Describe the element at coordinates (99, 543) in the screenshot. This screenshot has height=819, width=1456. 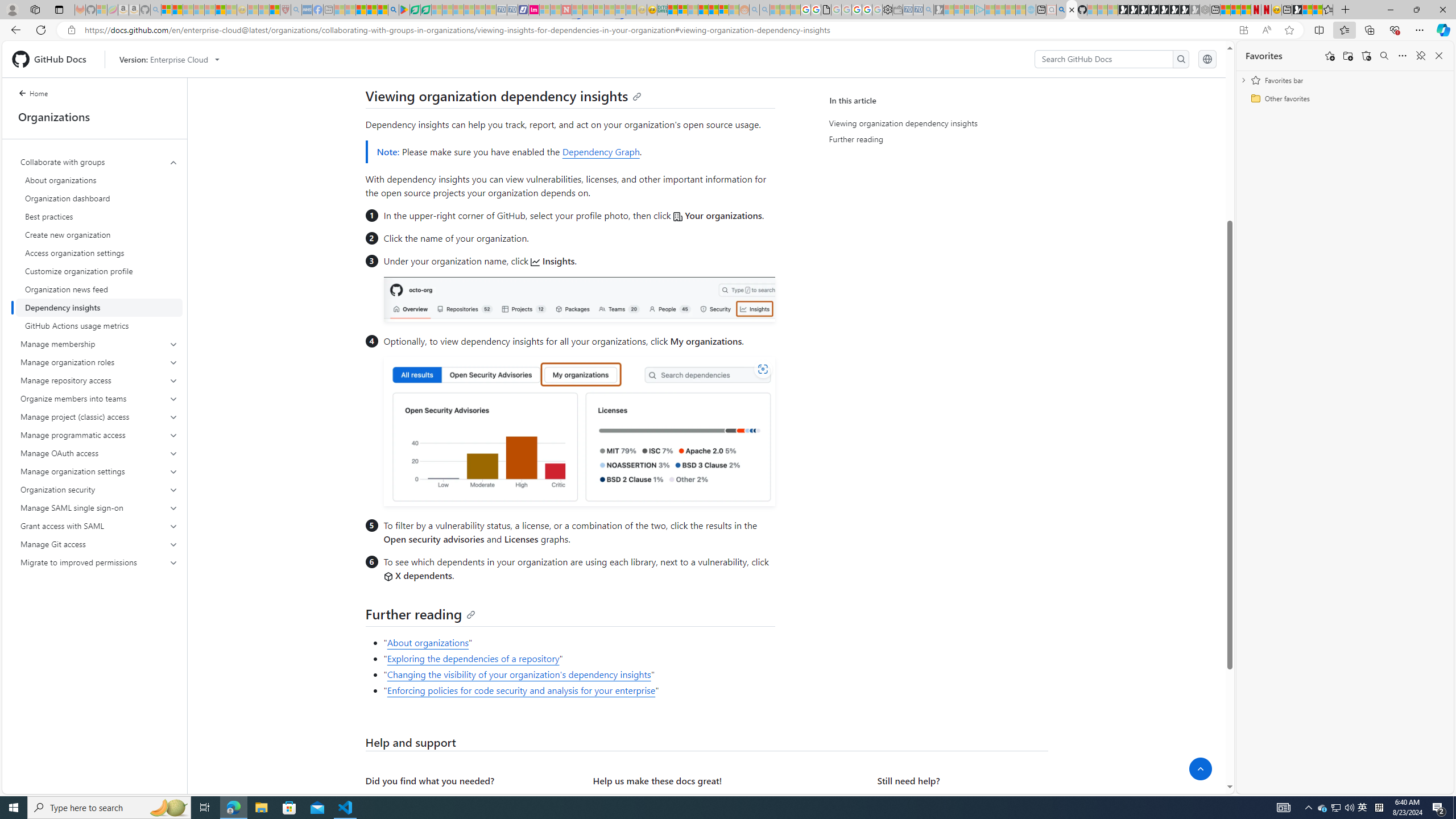
I see `'Manage Git access'` at that location.